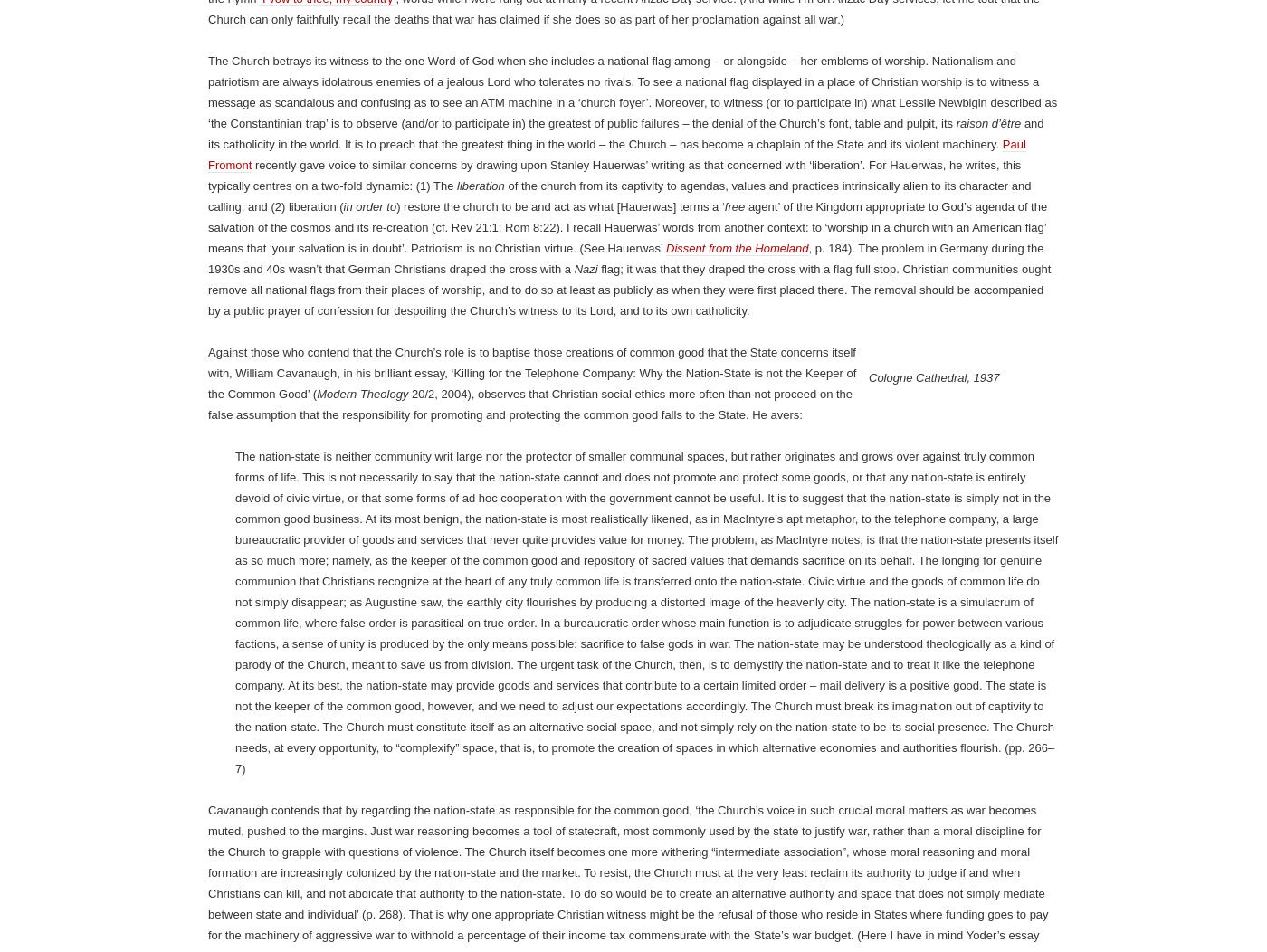  Describe the element at coordinates (633, 785) in the screenshot. I see `'The Church betrays its witness to the one Word of God when she includes a national flag among – or alongside – her emblems of worship. Nationalism and patriotism are always idolatrous enemies of a jealous Lord who tolerates no rivals. To see a national flag displayed in a place of Christian worship is to witness a message as scandalous and confusing as to see an ATM machine in a ‘church foyer’. Moreover, to witness (or to participate in) what Lesslie Newbigin described as ‘the Constantinian trap’ is to observe (and/or to participate in) the greatest of public failures – the denial of the Church’s font, table and pulpit, its'` at that location.